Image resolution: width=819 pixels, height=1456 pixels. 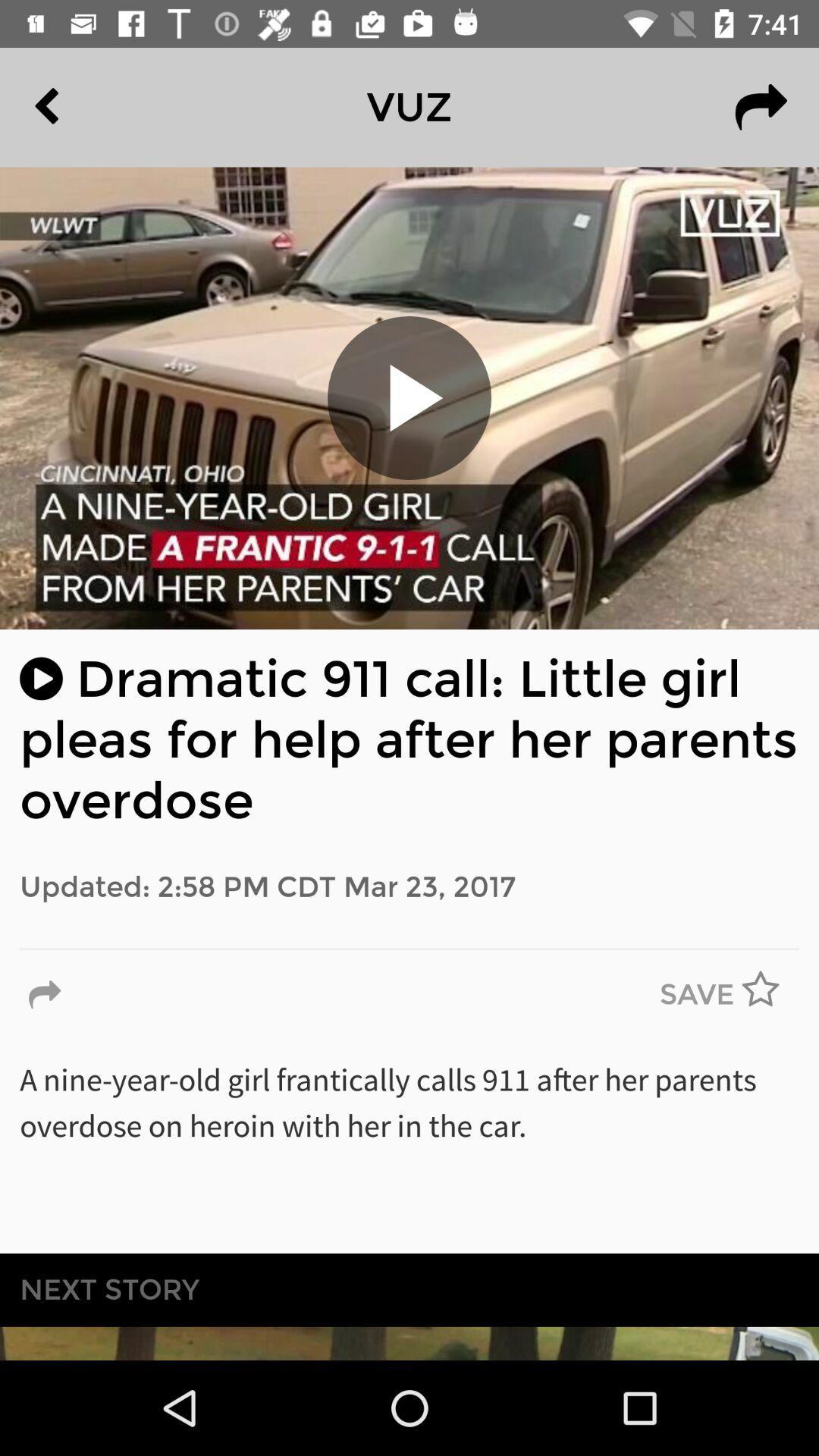 I want to click on the save, so click(x=697, y=995).